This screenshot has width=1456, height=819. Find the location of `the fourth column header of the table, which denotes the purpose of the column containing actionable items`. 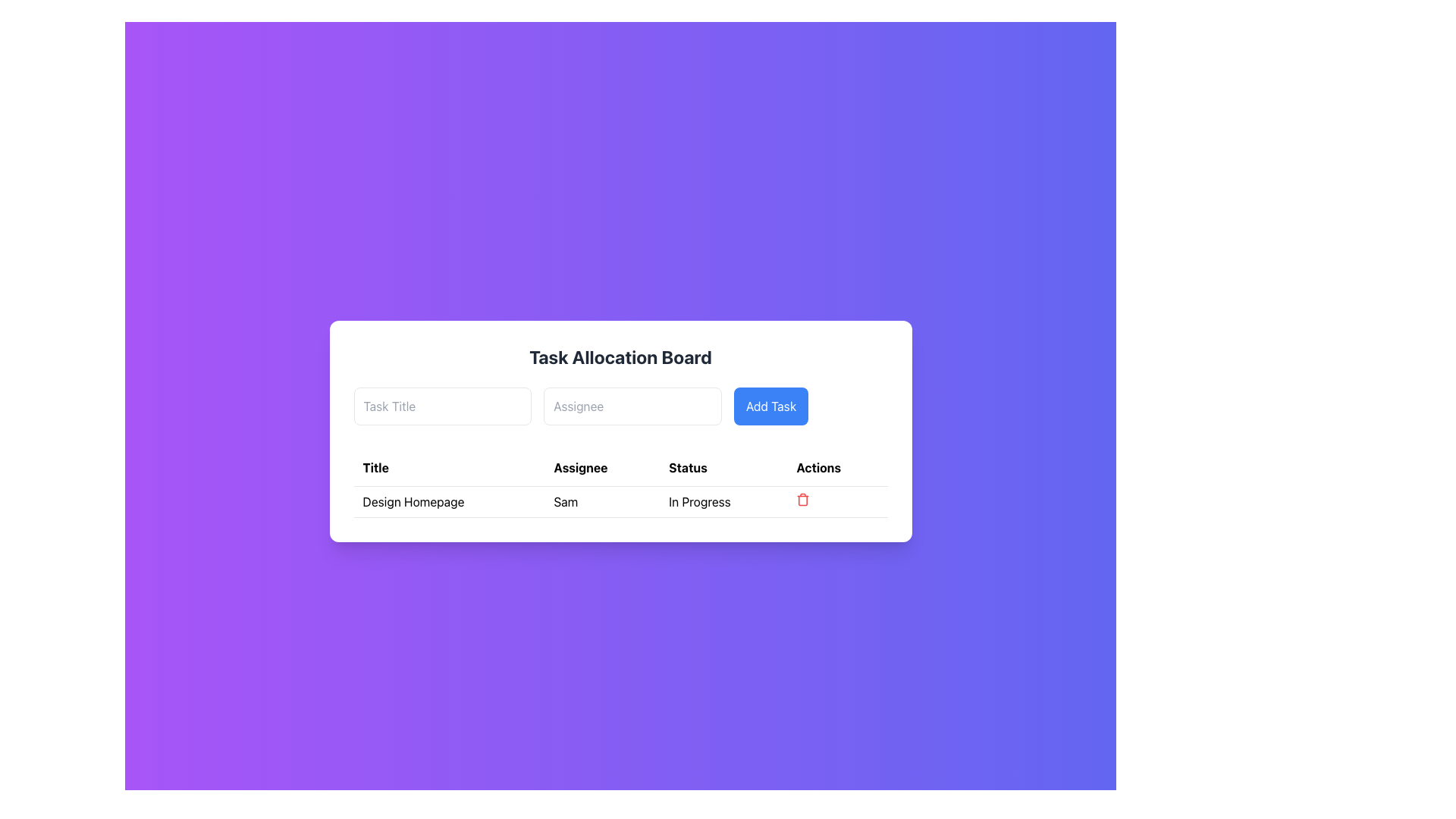

the fourth column header of the table, which denotes the purpose of the column containing actionable items is located at coordinates (836, 467).